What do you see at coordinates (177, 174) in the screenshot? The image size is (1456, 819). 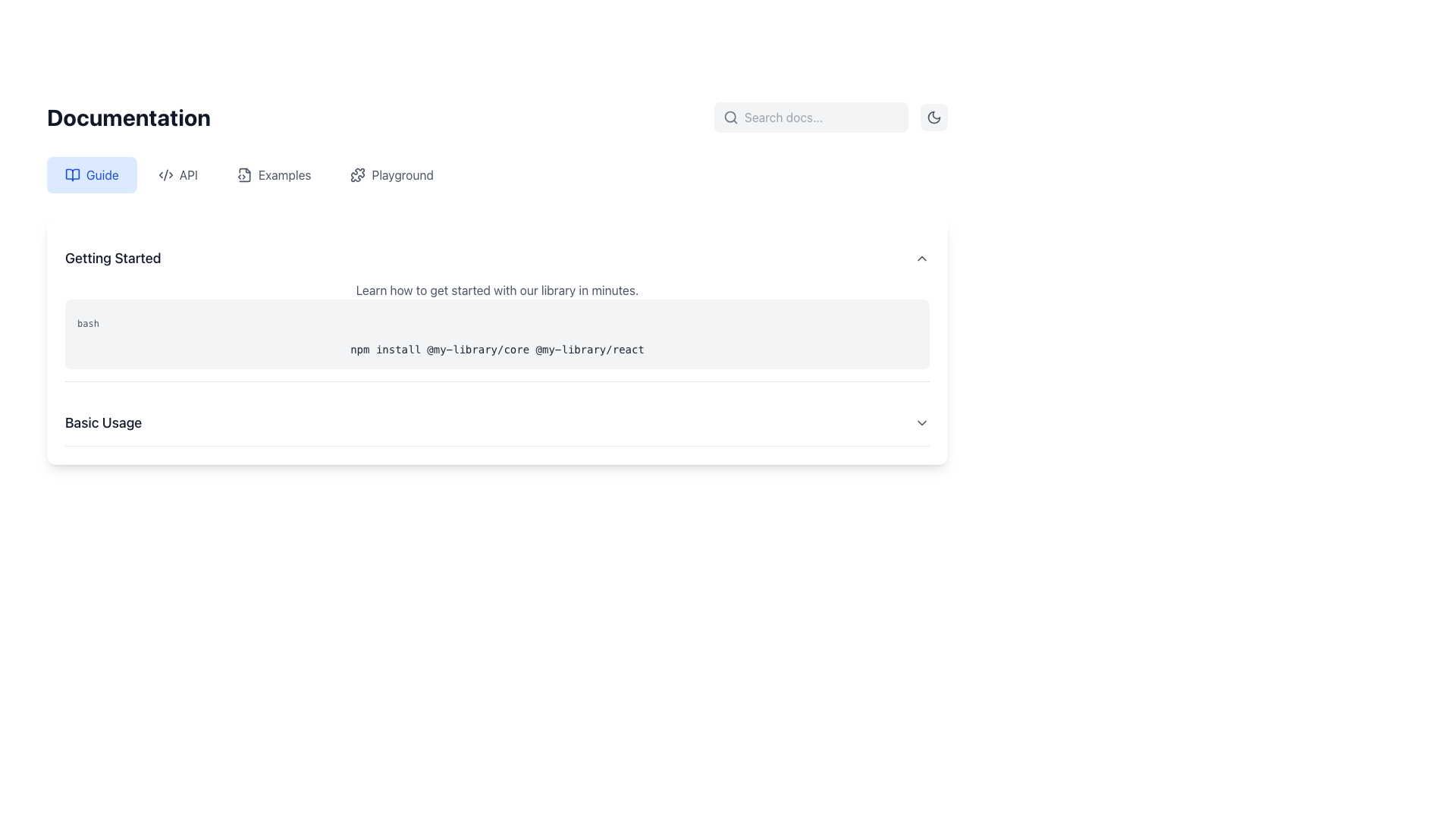 I see `the 'API' button in the navigation menu, which is styled with a gray font and features XML code brackets` at bounding box center [177, 174].